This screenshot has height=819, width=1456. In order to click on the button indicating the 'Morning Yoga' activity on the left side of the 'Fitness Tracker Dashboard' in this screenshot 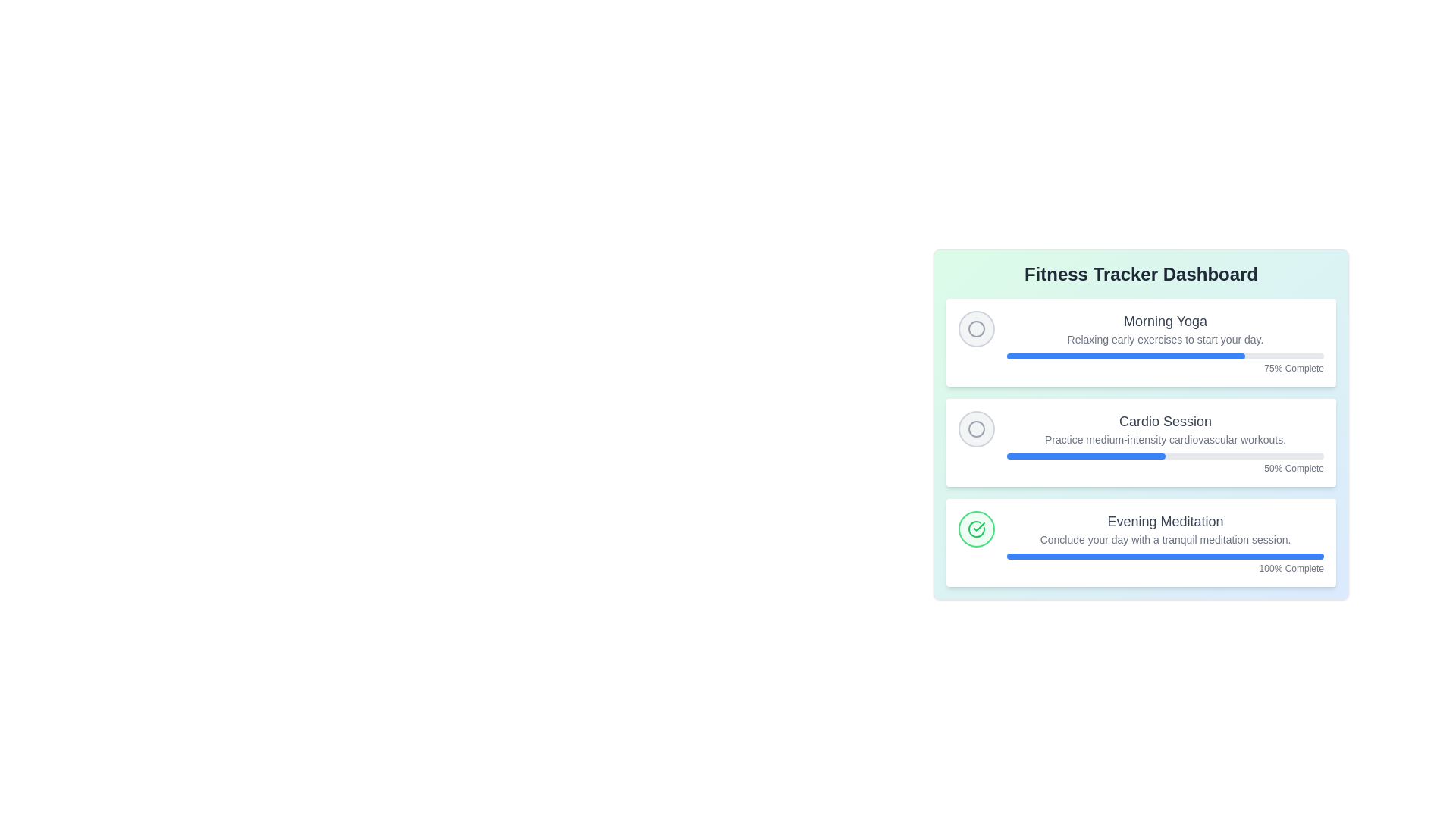, I will do `click(976, 328)`.